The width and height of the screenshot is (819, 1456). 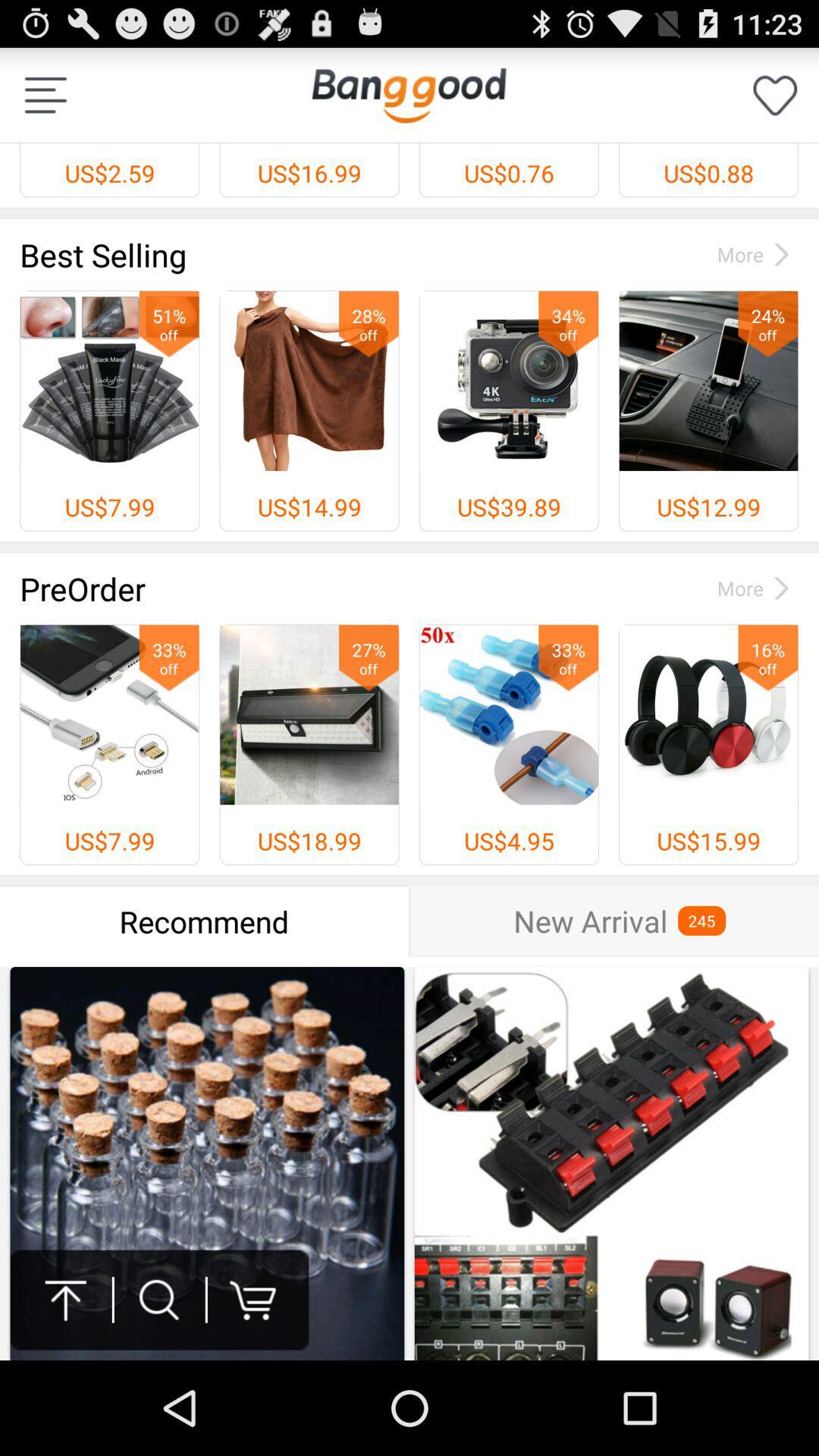 What do you see at coordinates (589, 920) in the screenshot?
I see `the item to the left of the 245 item` at bounding box center [589, 920].